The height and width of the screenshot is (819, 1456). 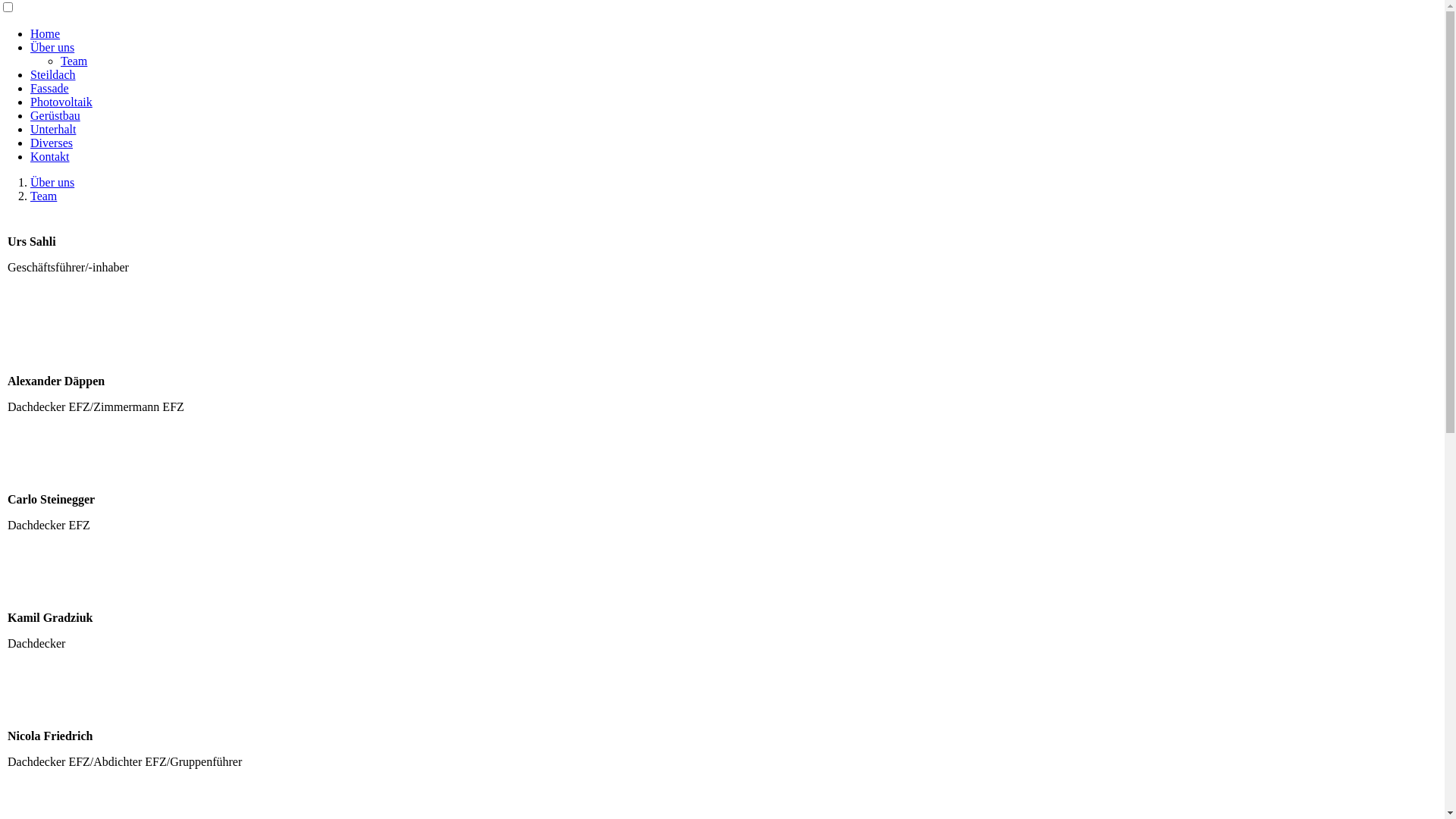 What do you see at coordinates (50, 156) in the screenshot?
I see `'Kontakt'` at bounding box center [50, 156].